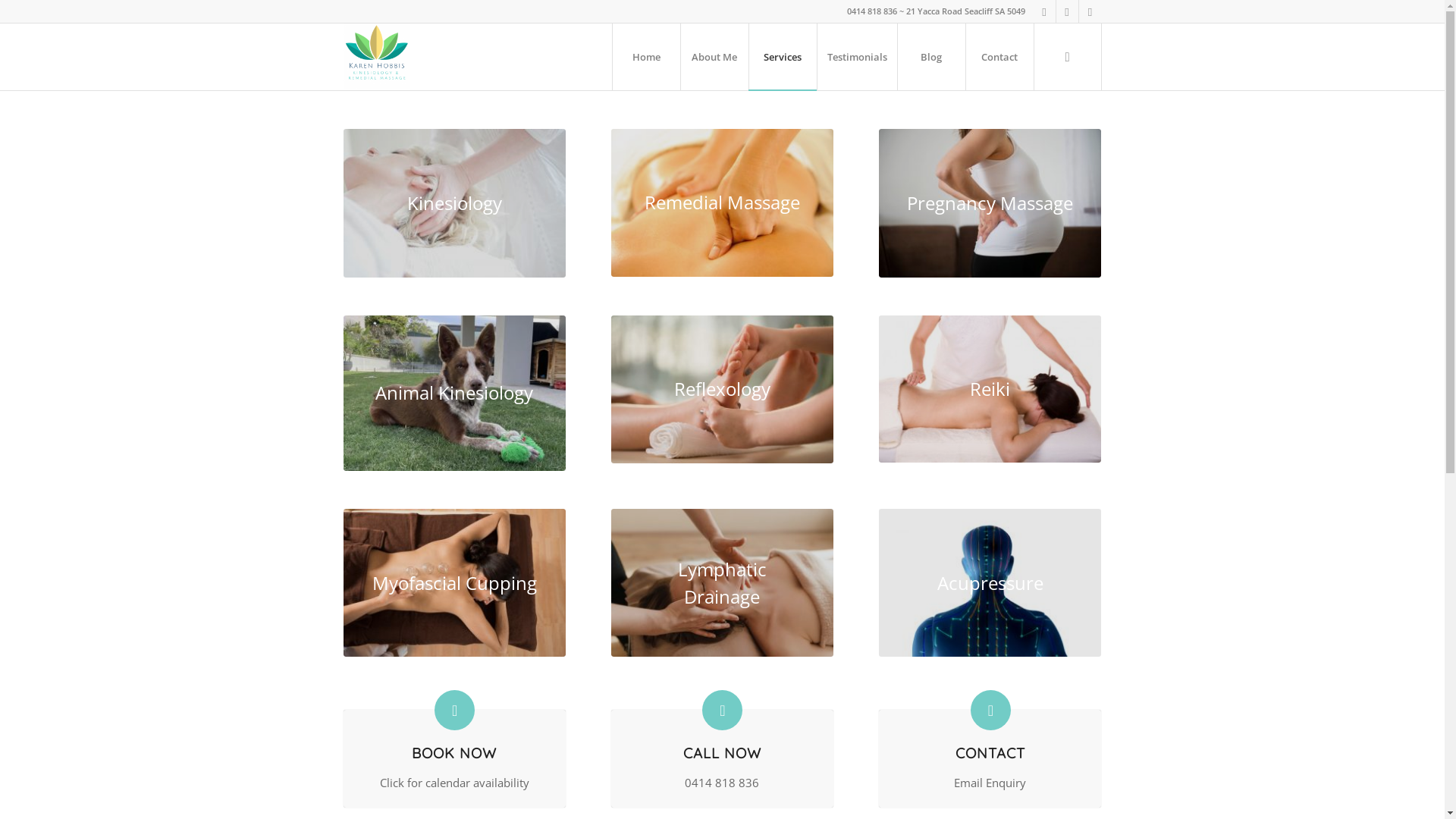 This screenshot has width=1456, height=819. I want to click on 'reiki-photo', so click(990, 388).